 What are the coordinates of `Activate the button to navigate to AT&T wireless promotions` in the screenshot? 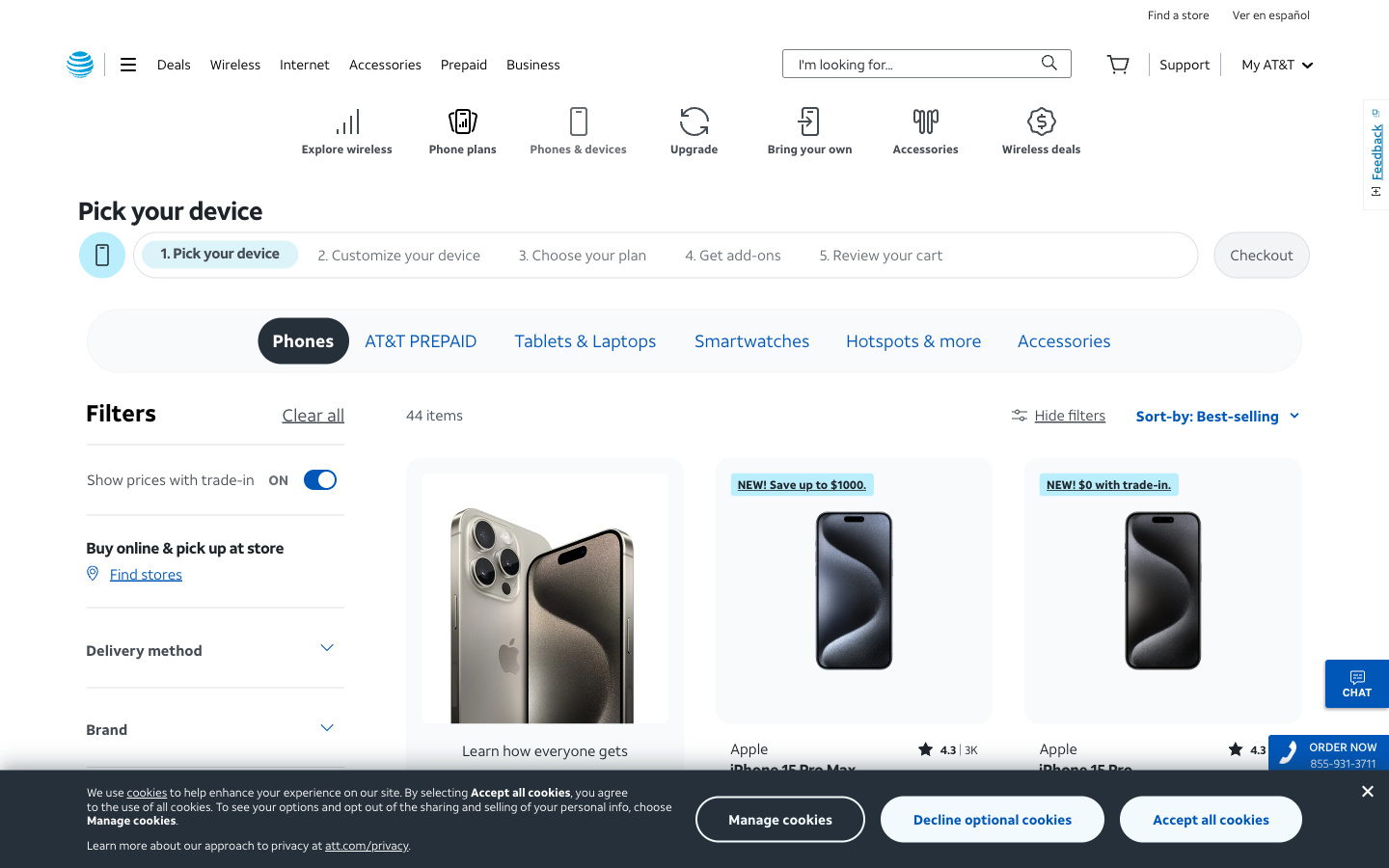 It's located at (1042, 131).